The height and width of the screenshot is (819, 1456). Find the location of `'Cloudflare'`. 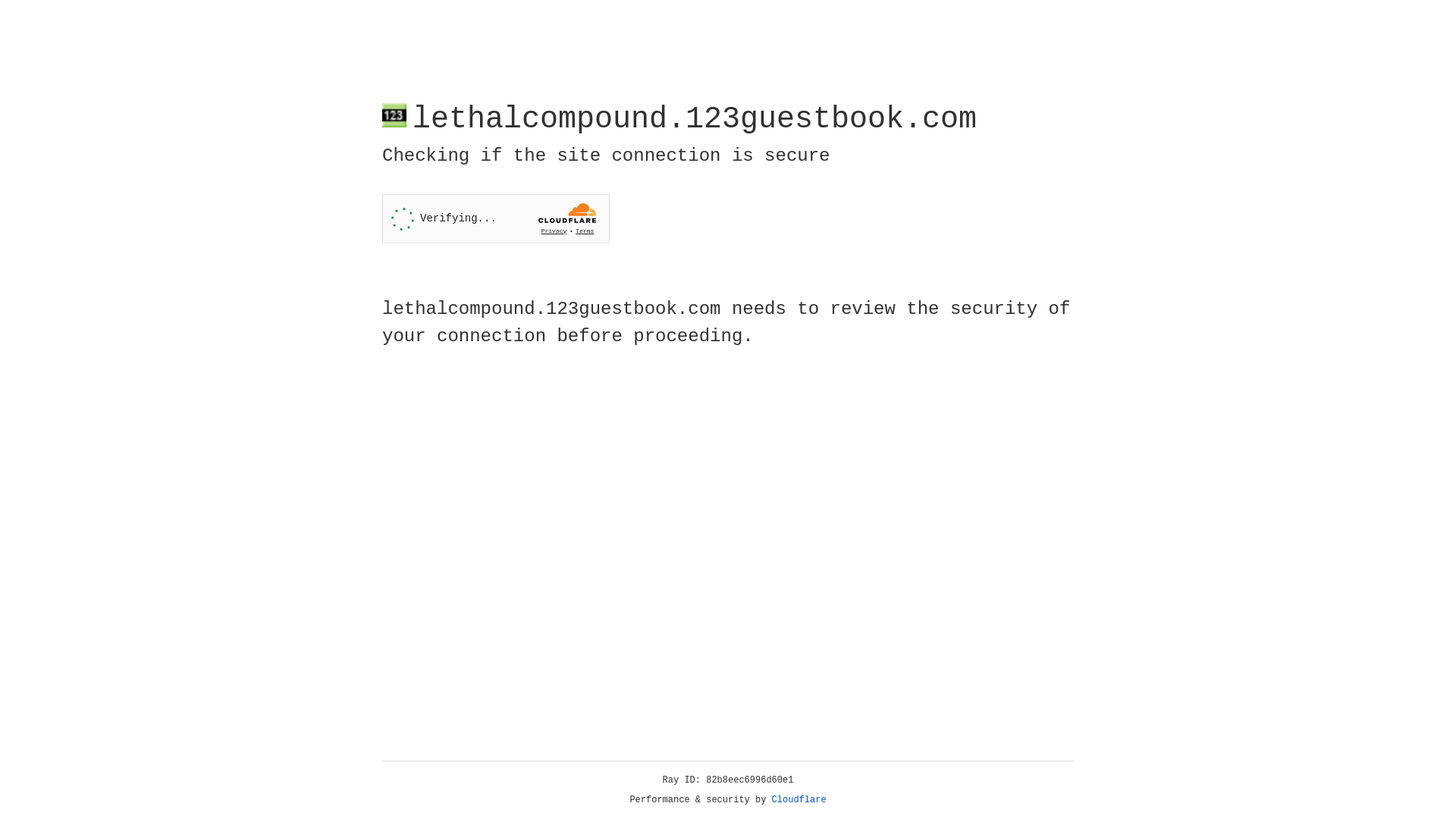

'Cloudflare' is located at coordinates (771, 799).